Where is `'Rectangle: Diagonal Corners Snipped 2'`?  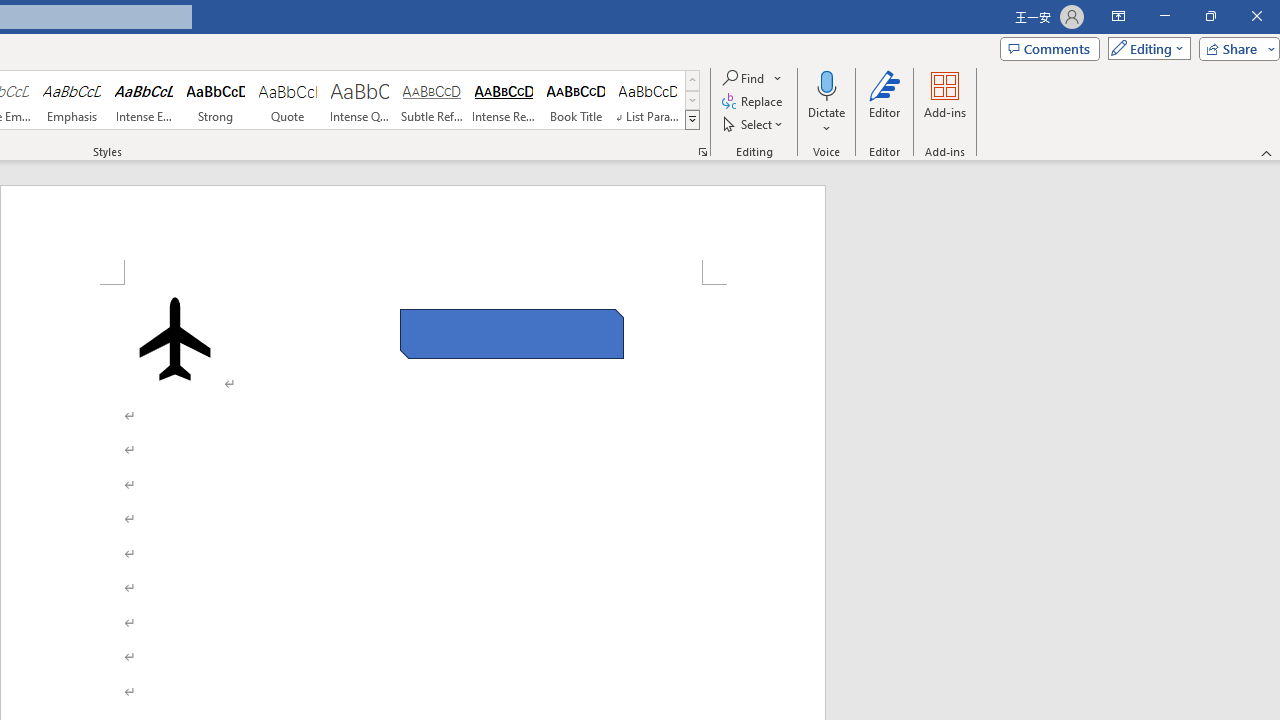 'Rectangle: Diagonal Corners Snipped 2' is located at coordinates (512, 333).